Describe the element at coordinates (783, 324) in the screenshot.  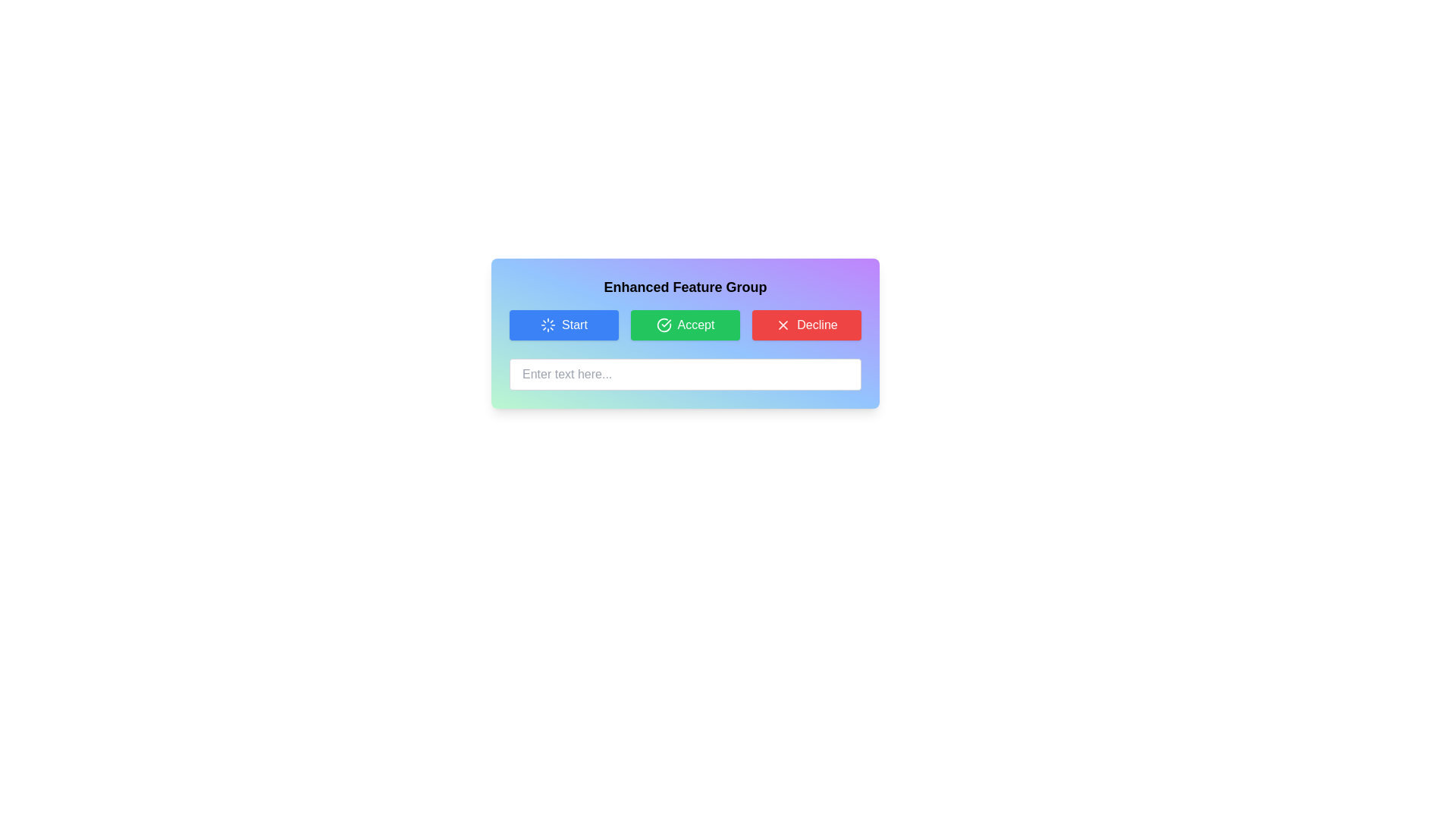
I see `the 'X' icon embedded within the 'Decline' button, which symbolizes a cancellation action` at that location.